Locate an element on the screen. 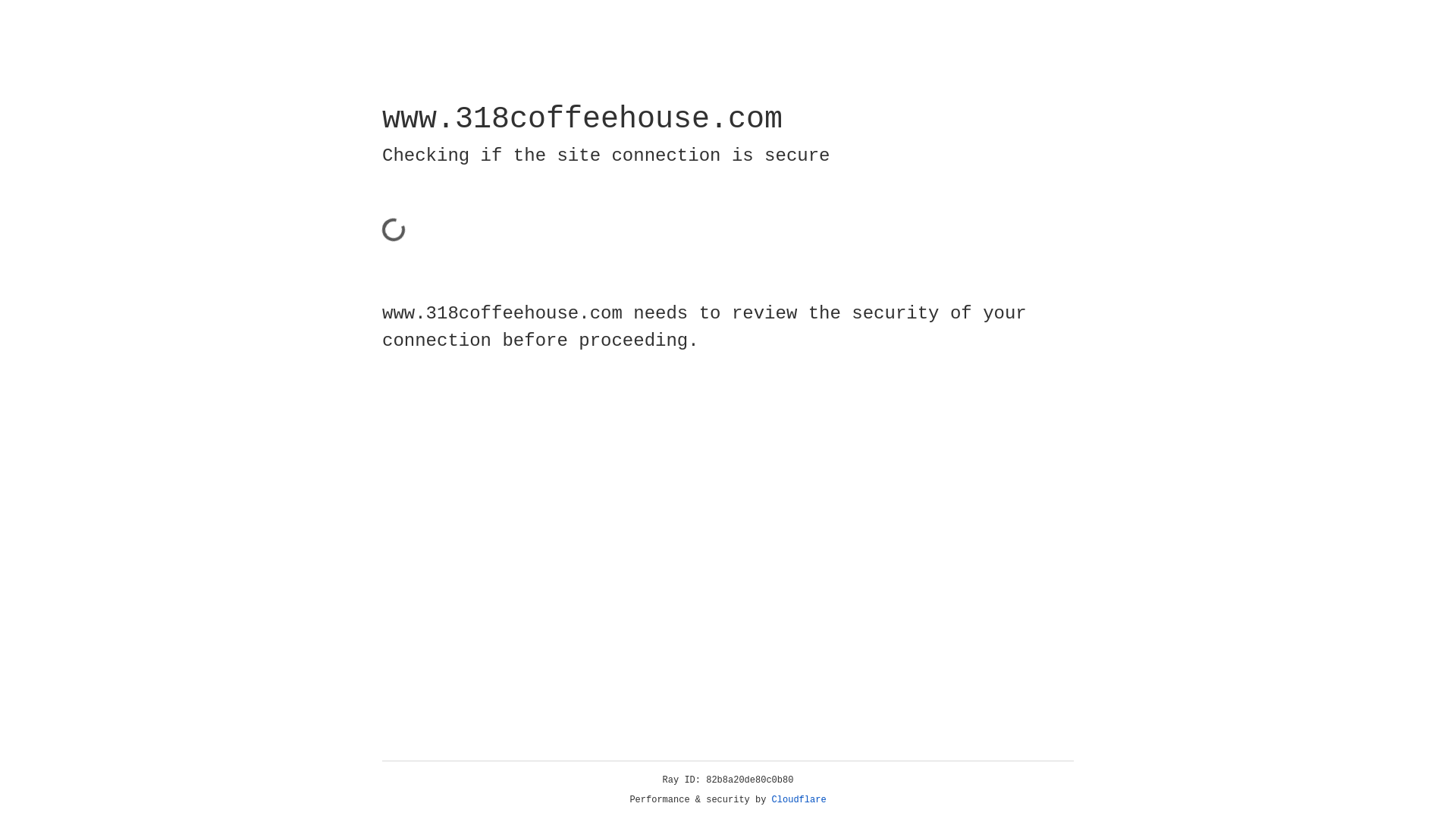 The width and height of the screenshot is (1456, 819). 'Cloudflare' is located at coordinates (799, 799).